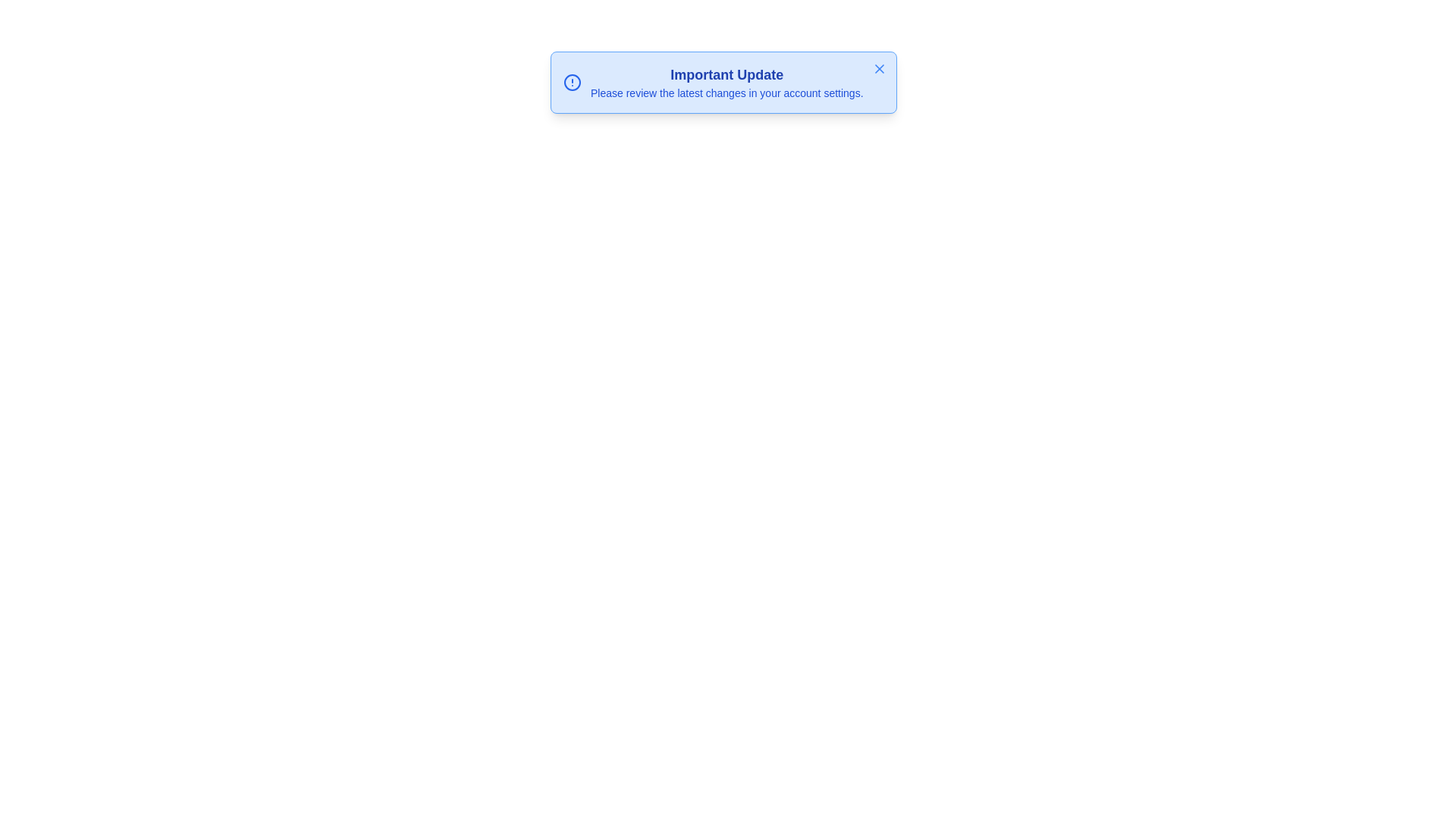 The image size is (1456, 819). I want to click on notification text content located centrally within the notification bar, positioned between an icon and a close button, so click(726, 82).